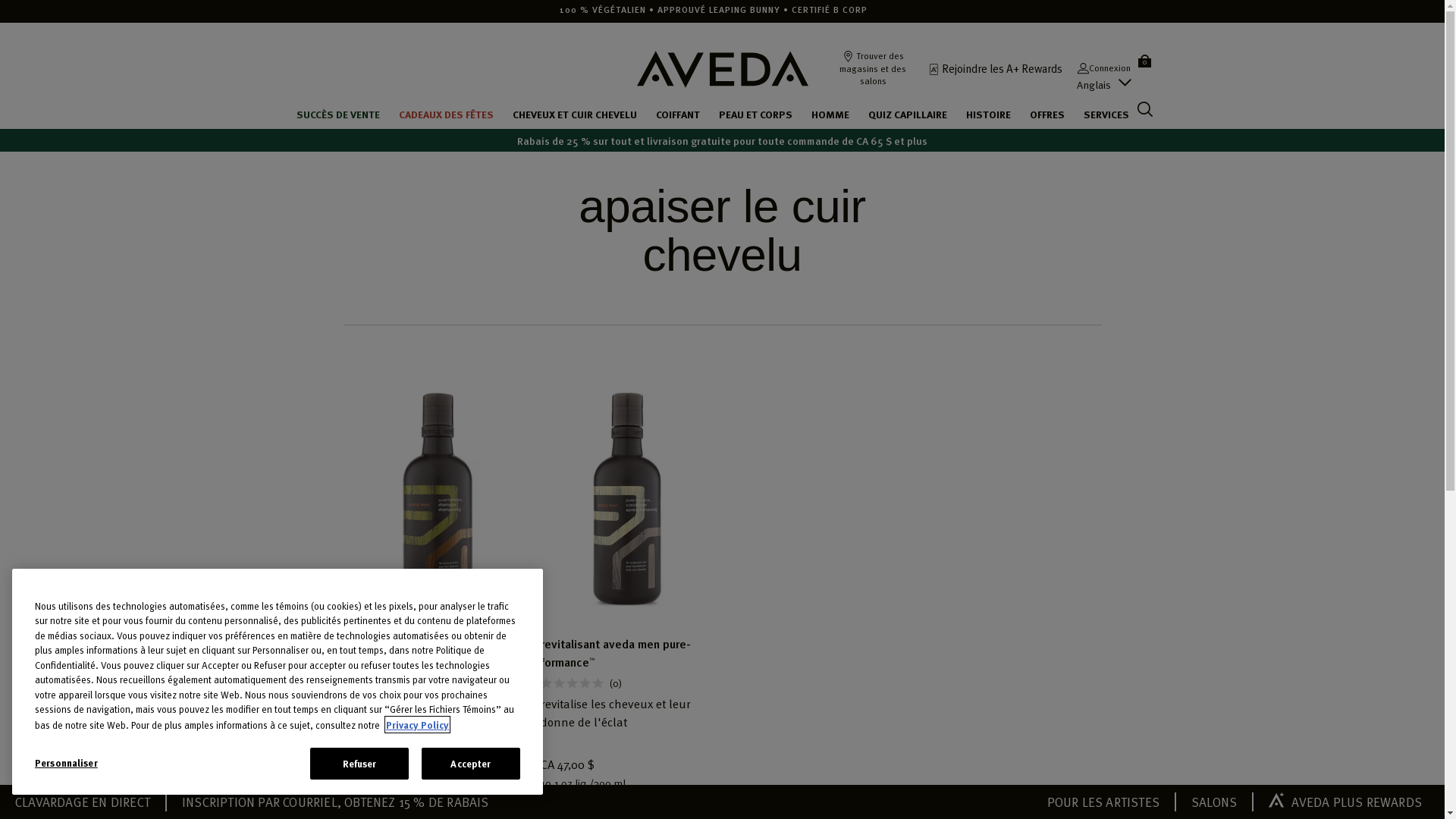 The width and height of the screenshot is (1456, 819). What do you see at coordinates (1094, 84) in the screenshot?
I see `'Anglais'` at bounding box center [1094, 84].